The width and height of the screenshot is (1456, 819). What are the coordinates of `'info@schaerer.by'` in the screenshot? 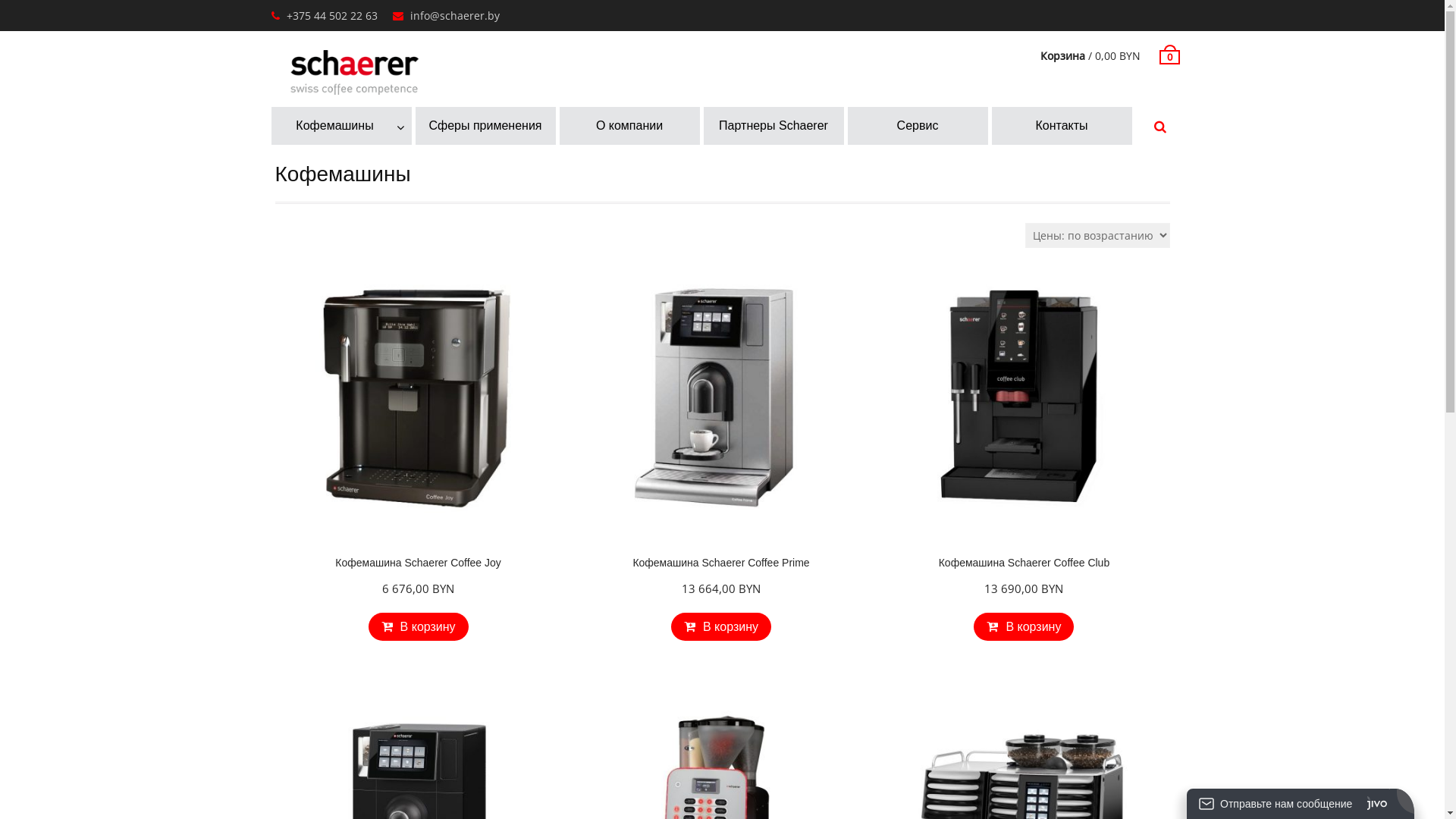 It's located at (409, 15).